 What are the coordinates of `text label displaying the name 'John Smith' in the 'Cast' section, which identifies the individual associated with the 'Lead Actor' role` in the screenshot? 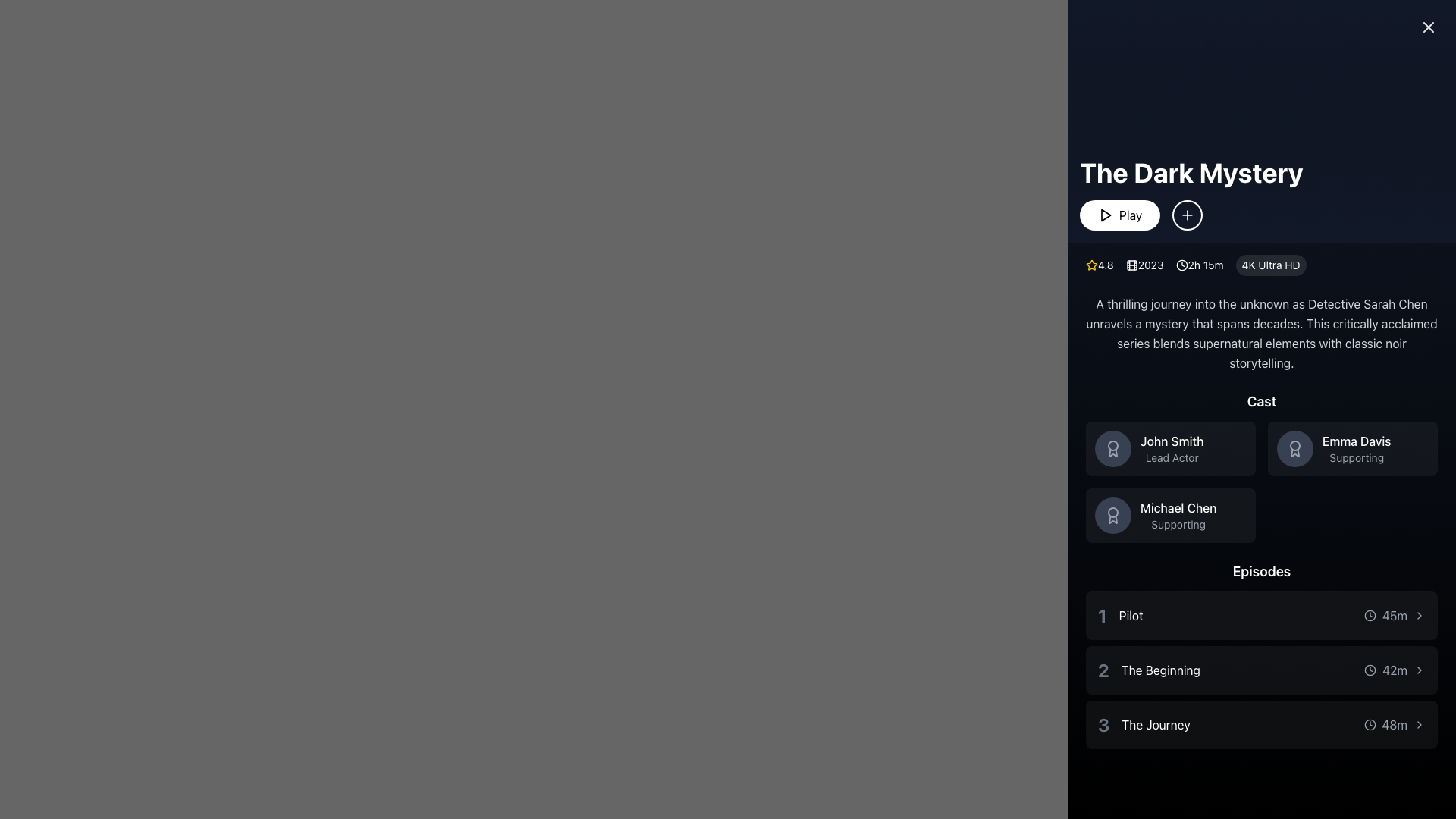 It's located at (1171, 441).